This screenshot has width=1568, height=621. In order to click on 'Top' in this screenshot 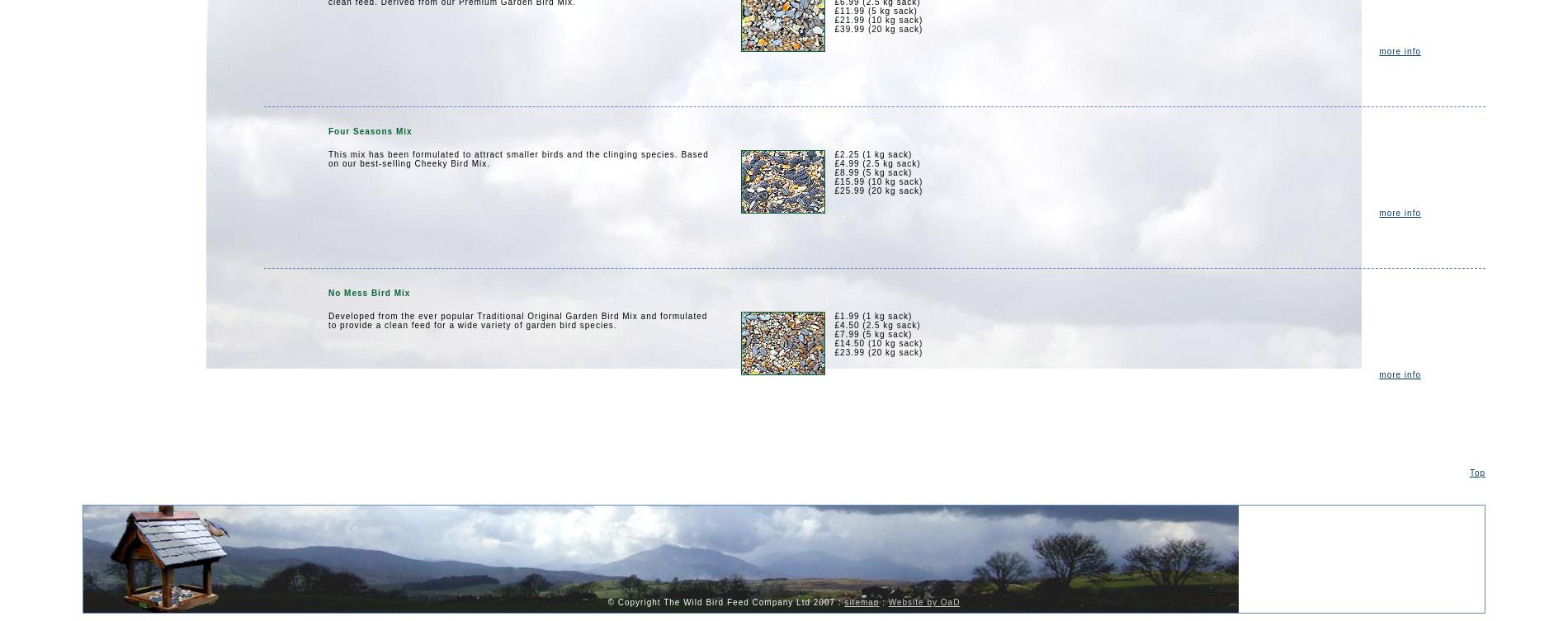, I will do `click(1476, 473)`.